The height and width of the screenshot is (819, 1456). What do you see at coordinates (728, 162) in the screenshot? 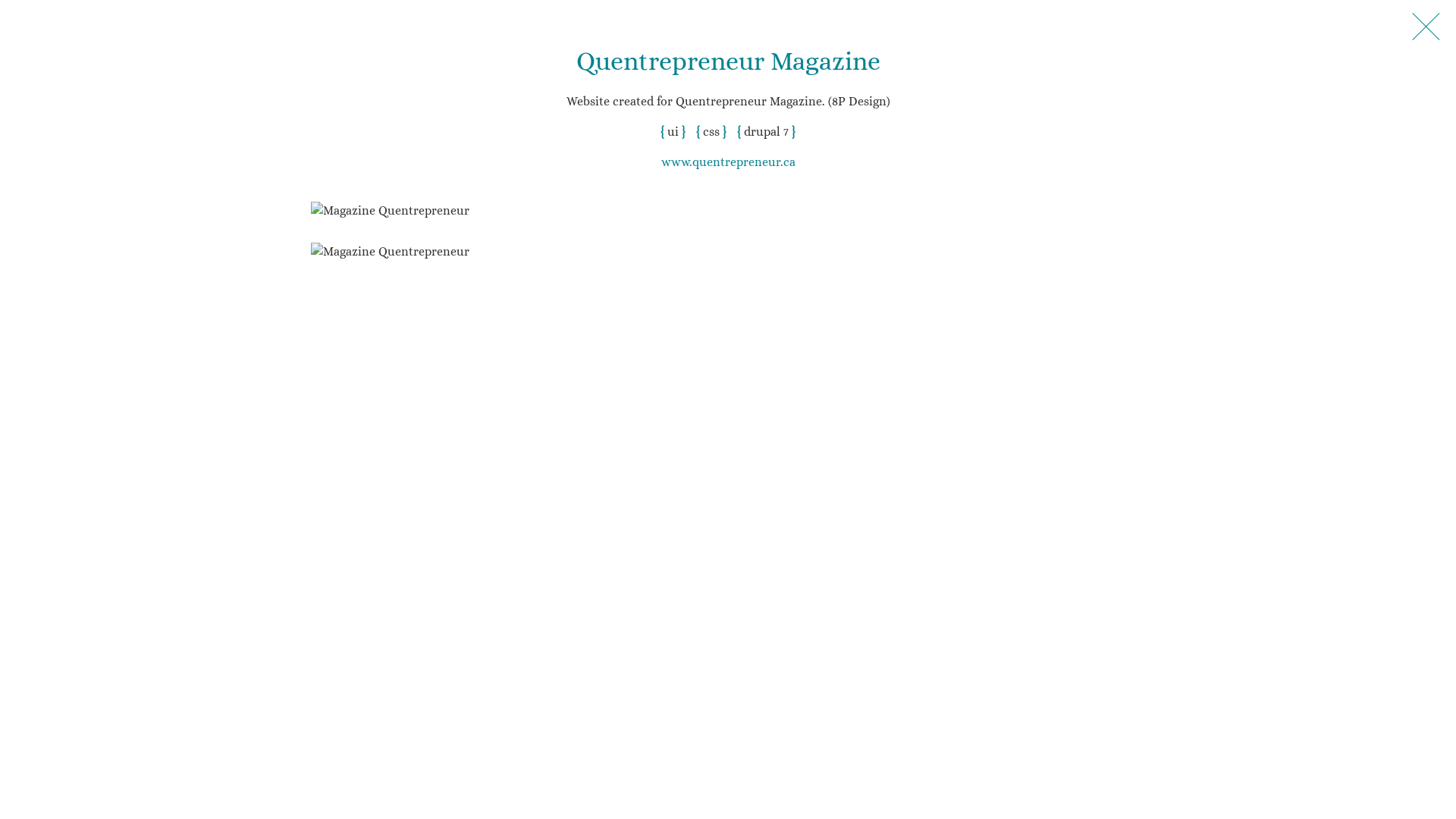
I see `'www.quentrepreneur.ca'` at bounding box center [728, 162].